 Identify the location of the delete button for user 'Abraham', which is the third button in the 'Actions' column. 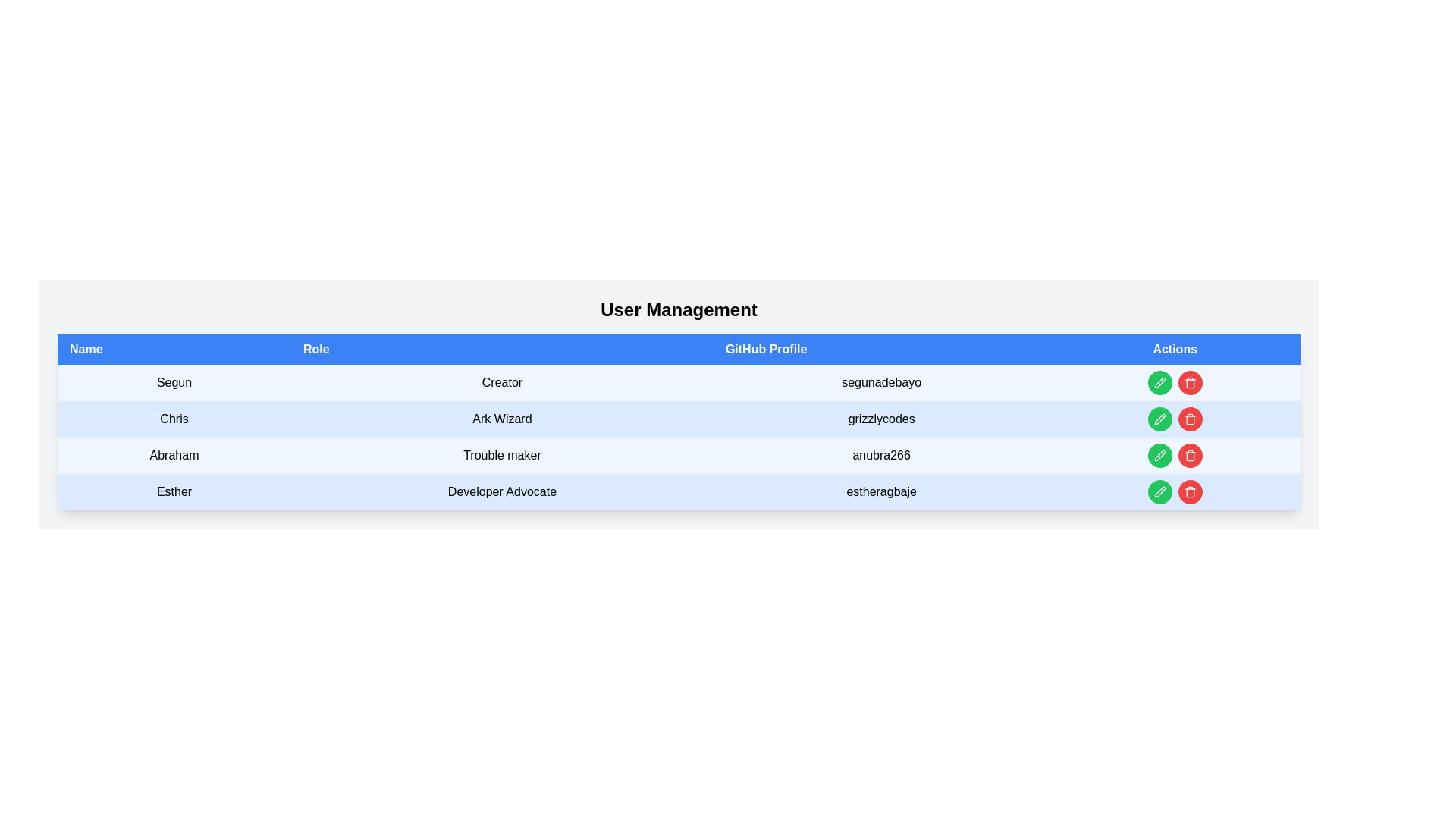
(1189, 455).